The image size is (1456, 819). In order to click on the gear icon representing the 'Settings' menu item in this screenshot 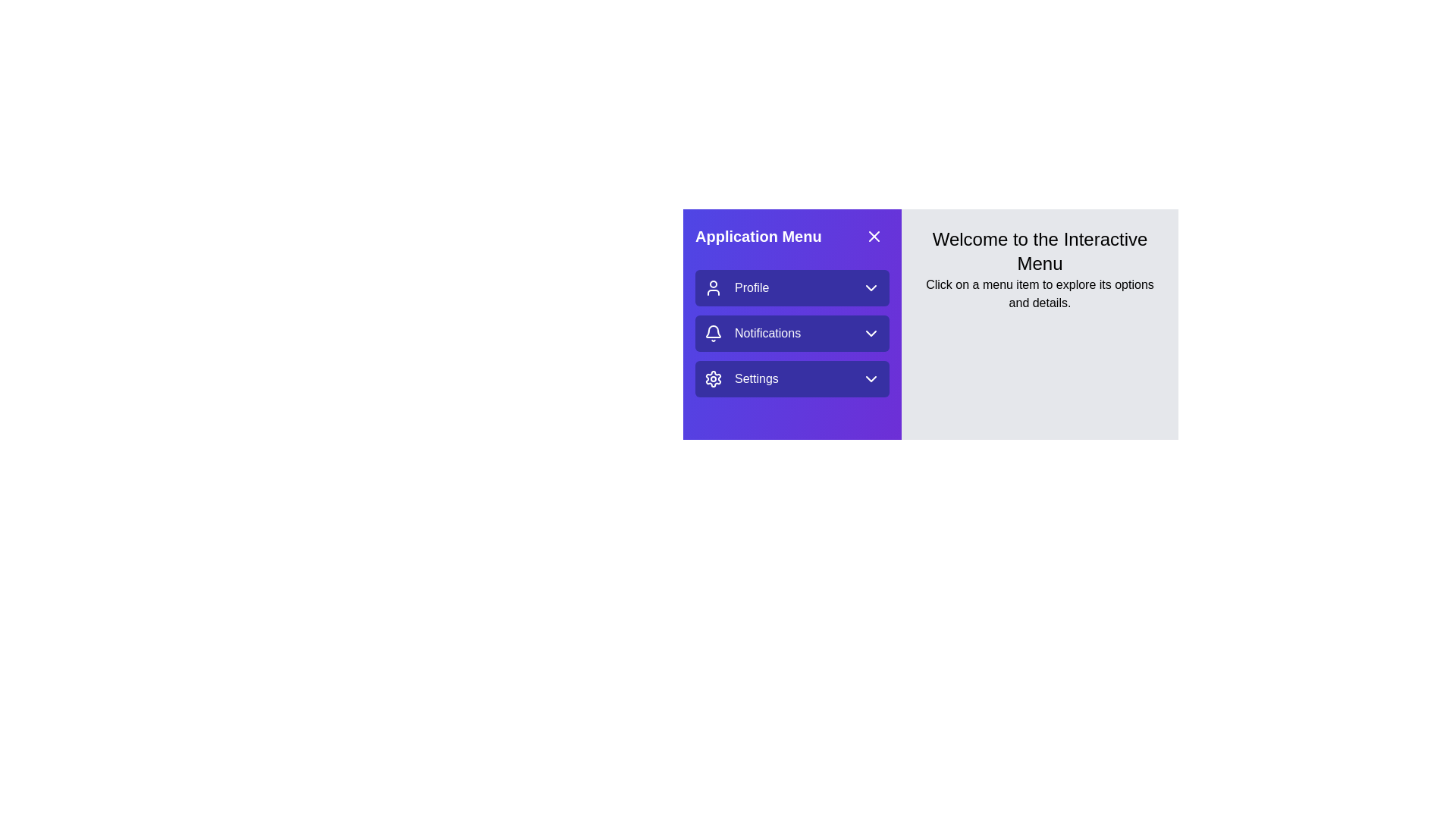, I will do `click(712, 378)`.